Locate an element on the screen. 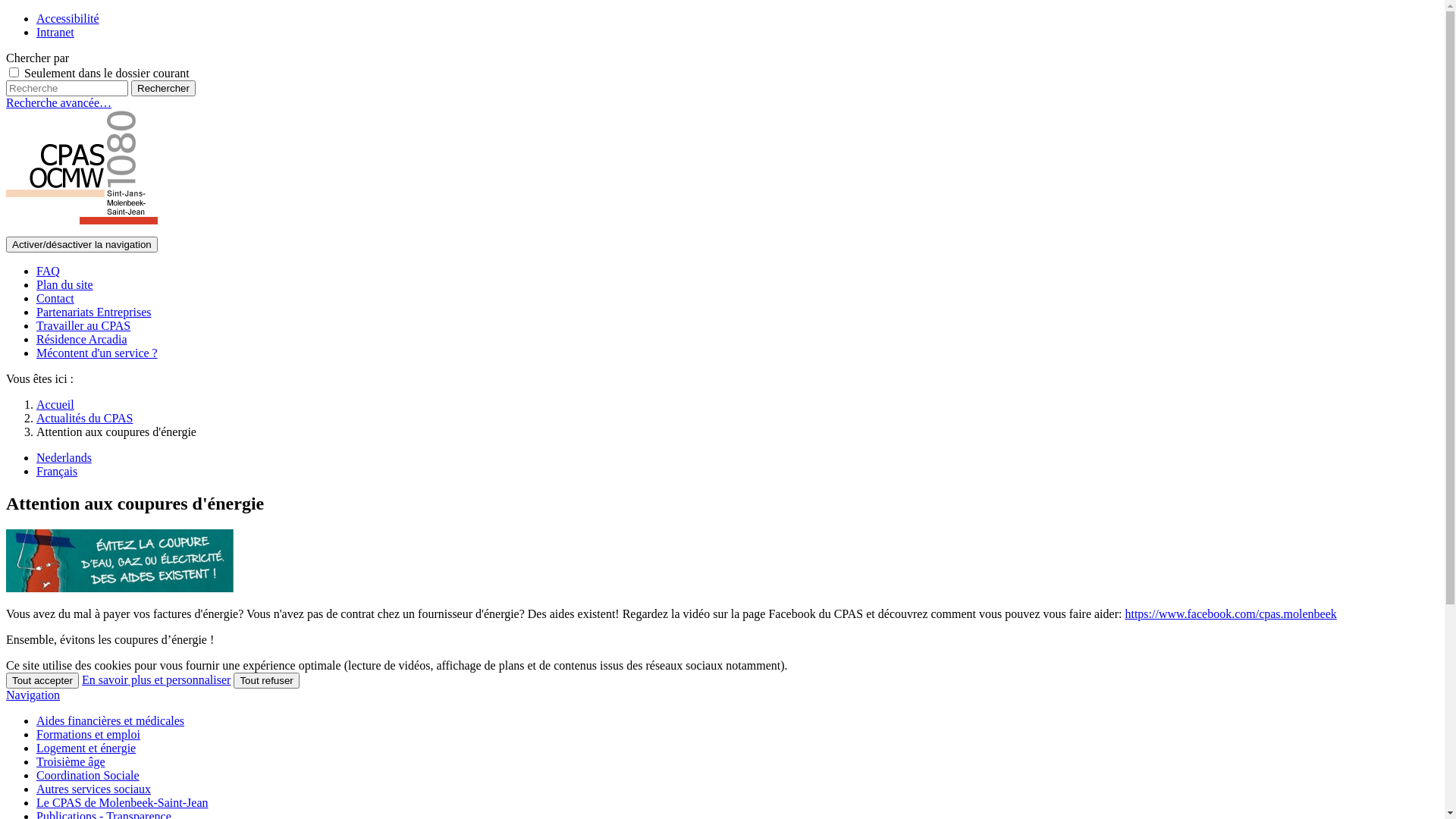 The image size is (1456, 819). 'Nederlands' is located at coordinates (63, 457).